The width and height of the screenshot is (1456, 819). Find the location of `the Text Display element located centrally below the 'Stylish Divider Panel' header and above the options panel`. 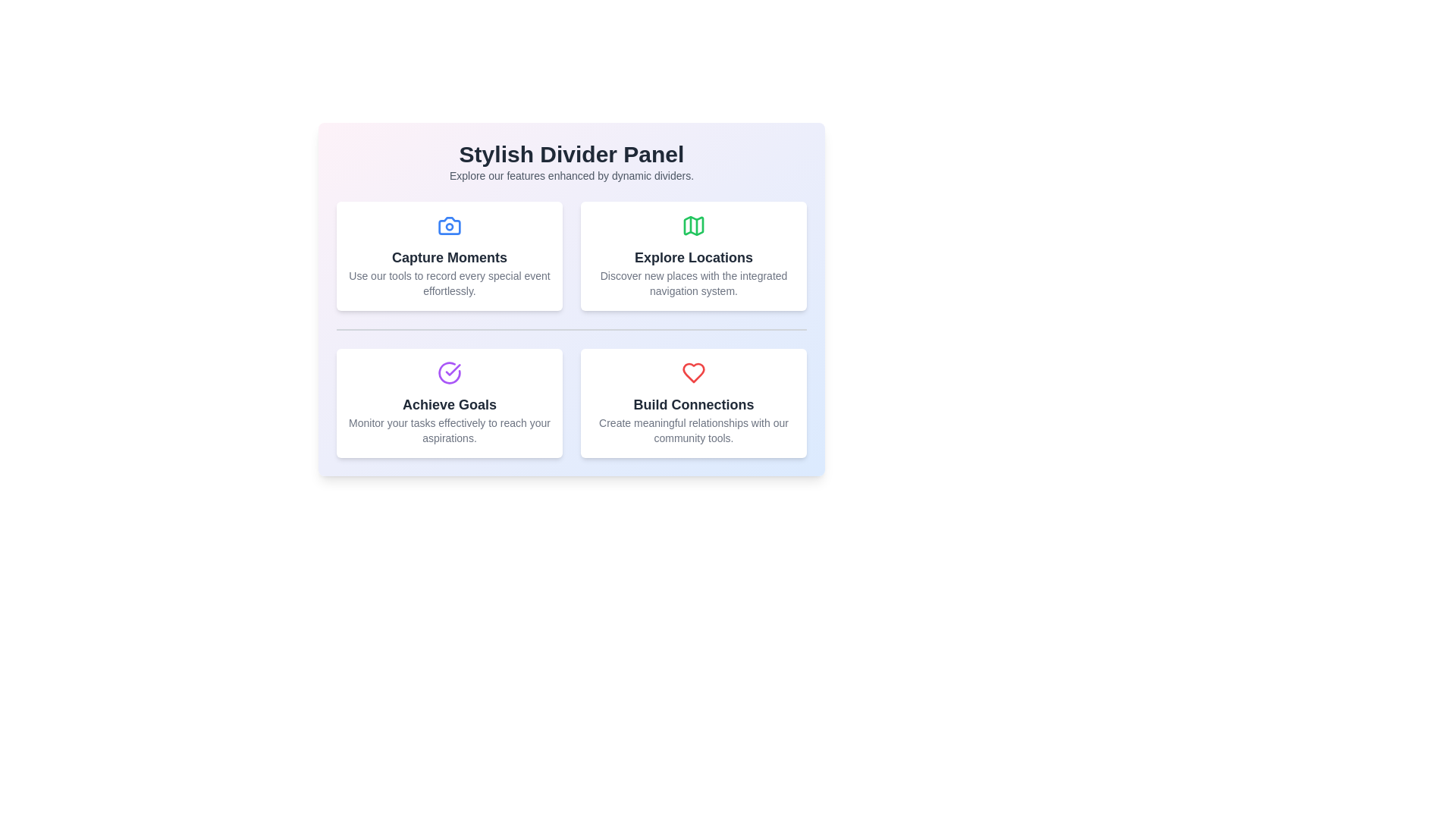

the Text Display element located centrally below the 'Stylish Divider Panel' header and above the options panel is located at coordinates (570, 174).